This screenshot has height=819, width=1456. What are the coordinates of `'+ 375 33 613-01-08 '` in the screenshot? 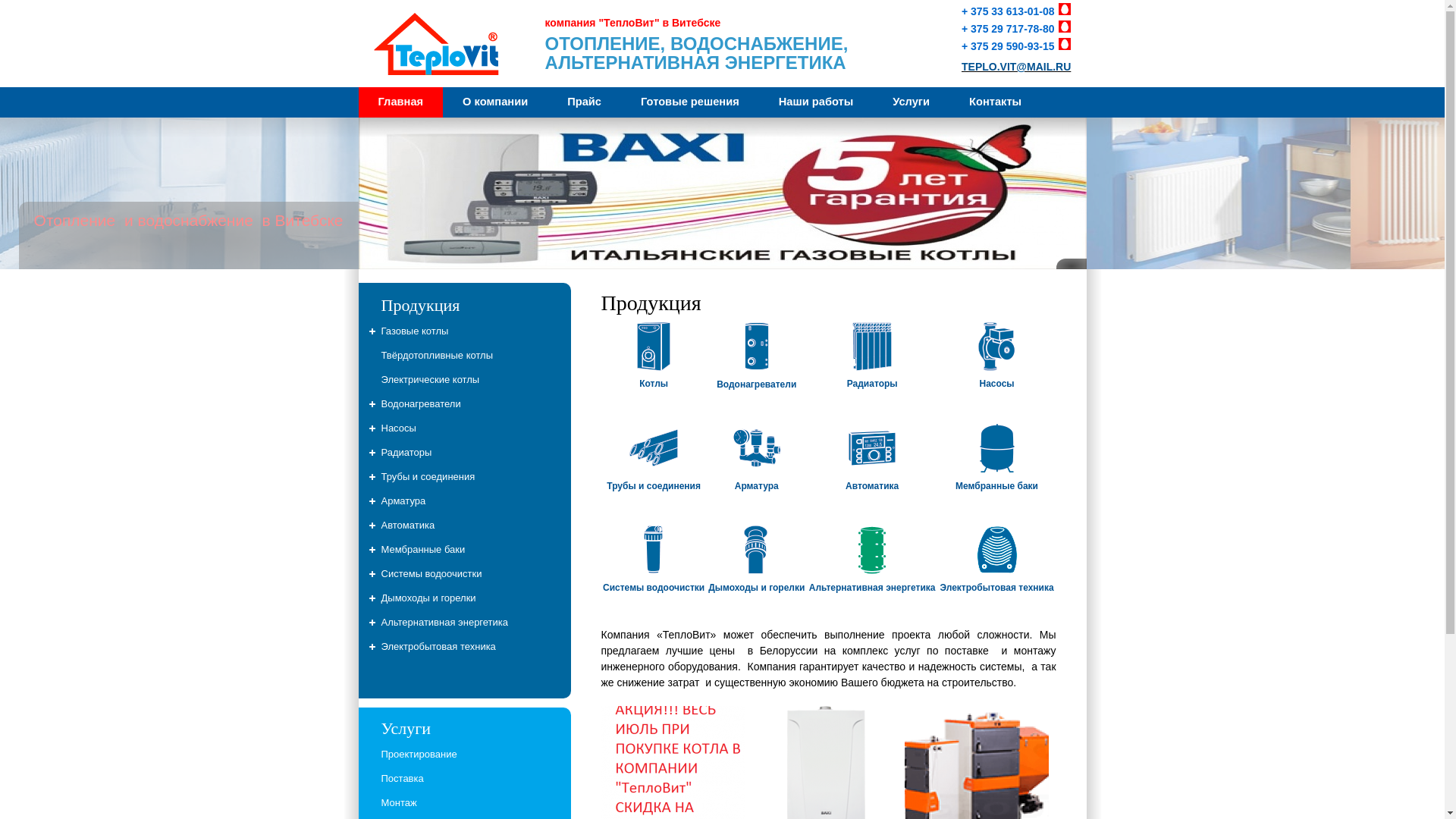 It's located at (1016, 11).